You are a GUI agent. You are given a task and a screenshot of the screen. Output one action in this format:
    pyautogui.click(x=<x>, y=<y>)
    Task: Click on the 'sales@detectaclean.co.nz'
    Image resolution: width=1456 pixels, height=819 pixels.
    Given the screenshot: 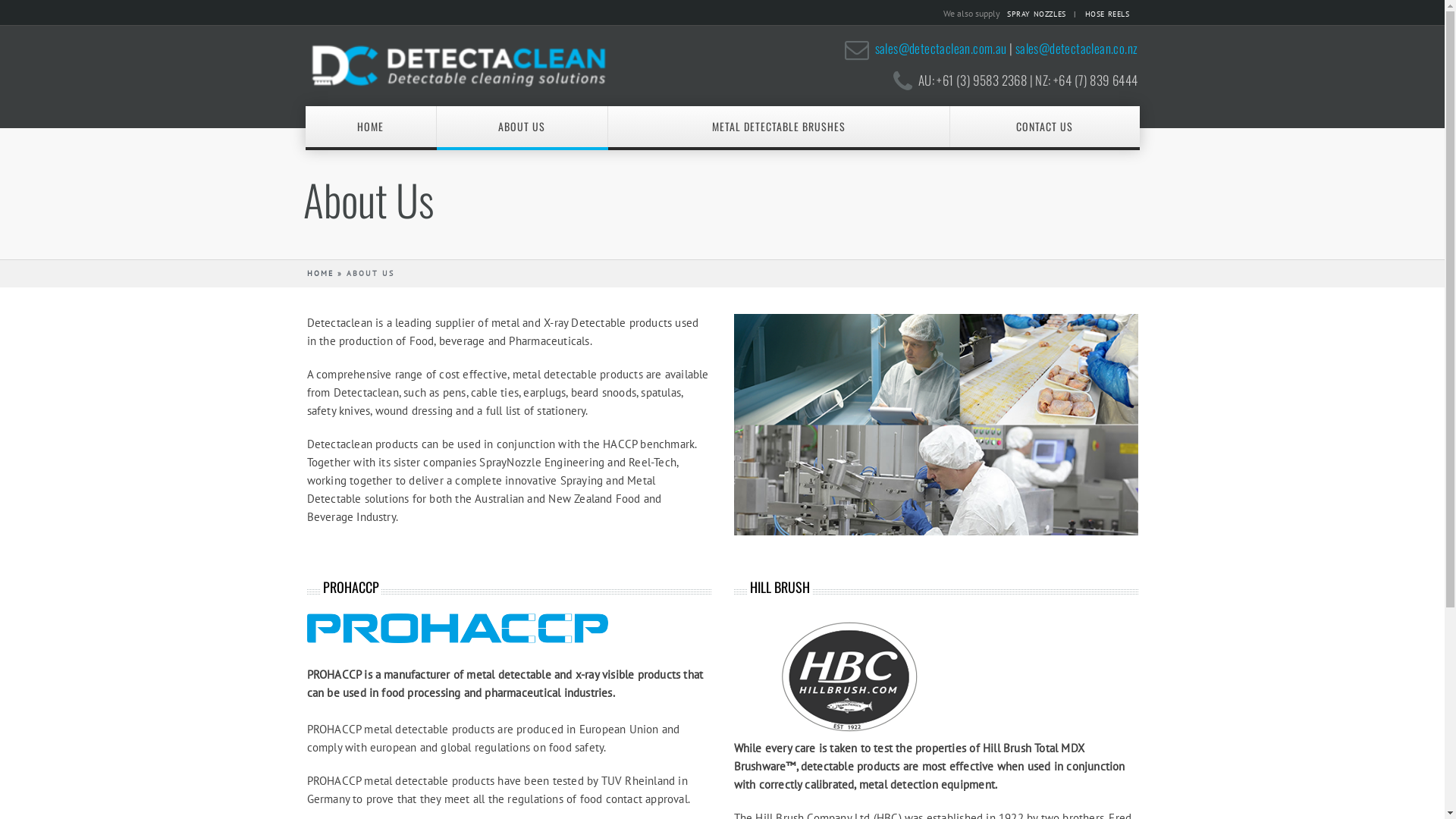 What is the action you would take?
    pyautogui.click(x=1076, y=47)
    